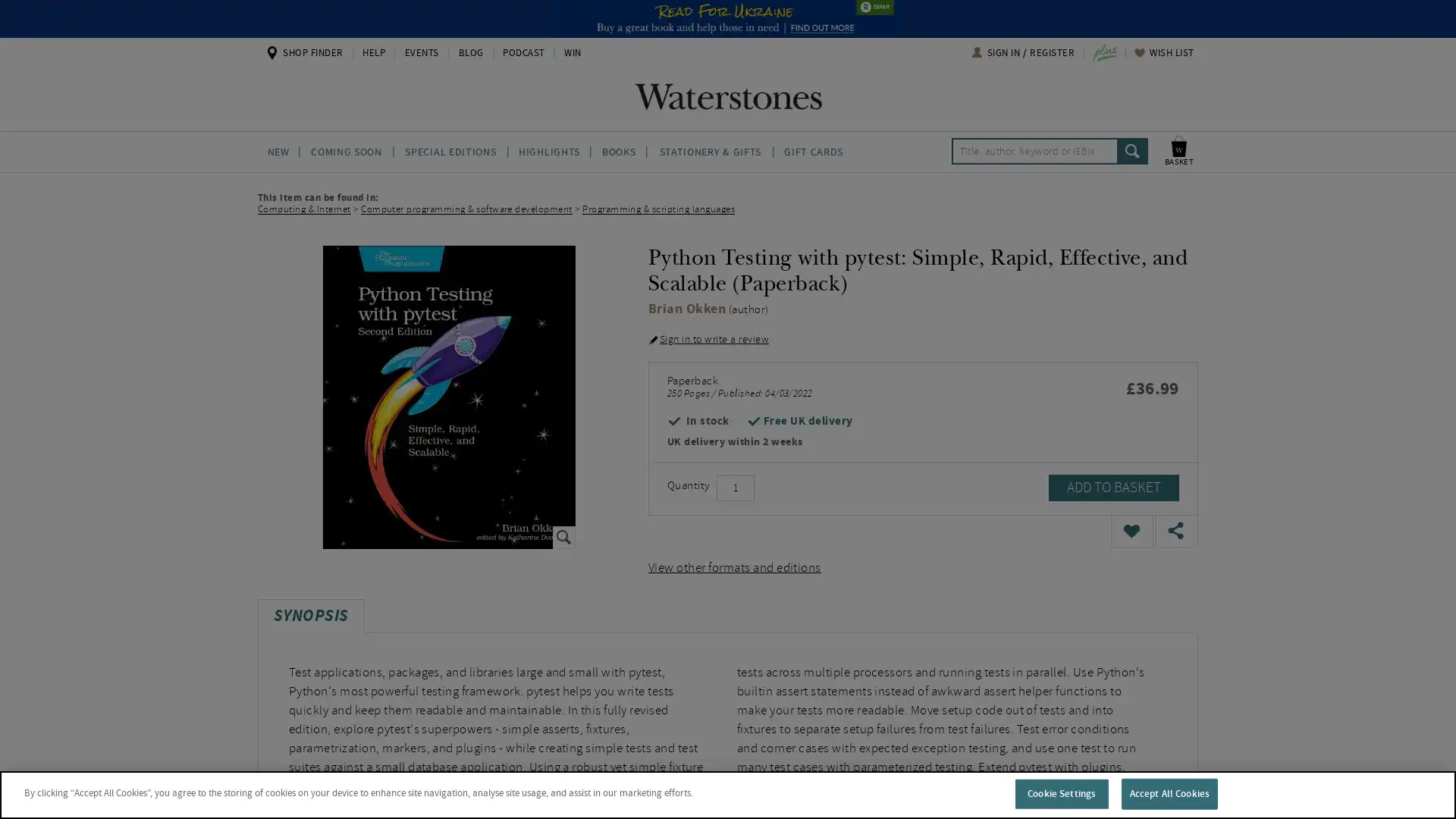 The image size is (1456, 819). I want to click on Accept All Cookies, so click(1168, 792).